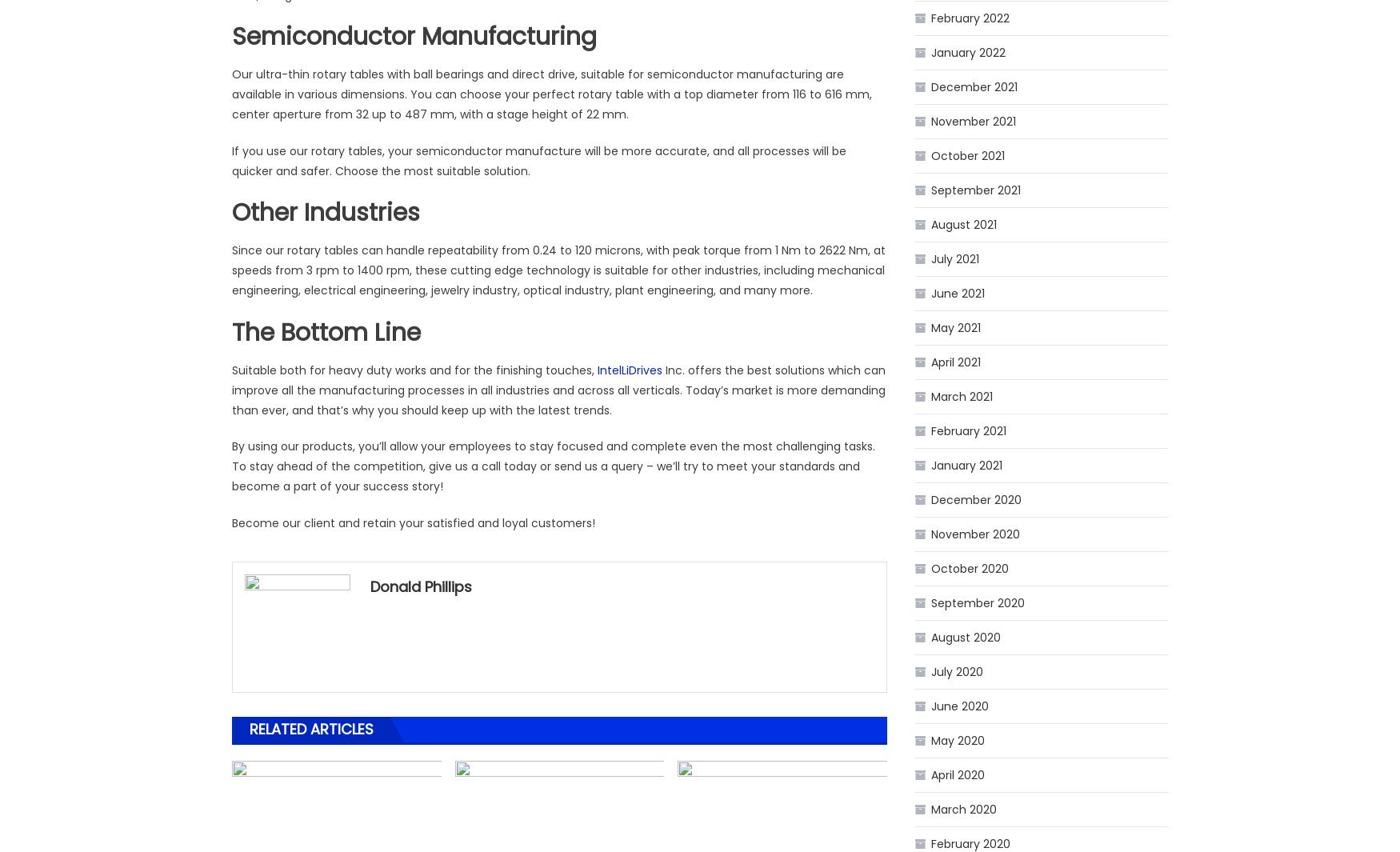 The height and width of the screenshot is (852, 1400). What do you see at coordinates (955, 258) in the screenshot?
I see `'July 2021'` at bounding box center [955, 258].